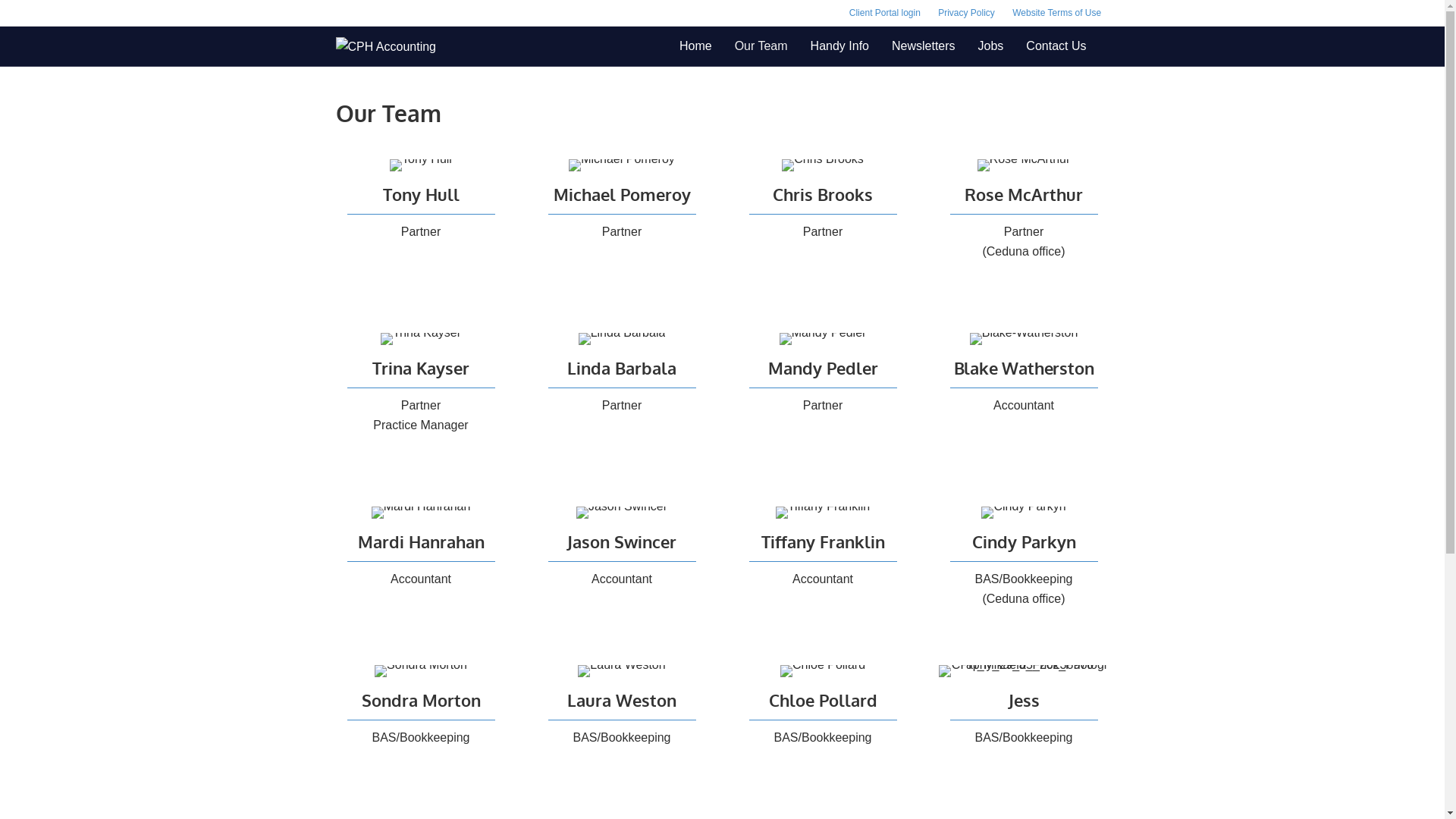 Image resolution: width=1456 pixels, height=819 pixels. I want to click on 'Contact Us', so click(1015, 45).